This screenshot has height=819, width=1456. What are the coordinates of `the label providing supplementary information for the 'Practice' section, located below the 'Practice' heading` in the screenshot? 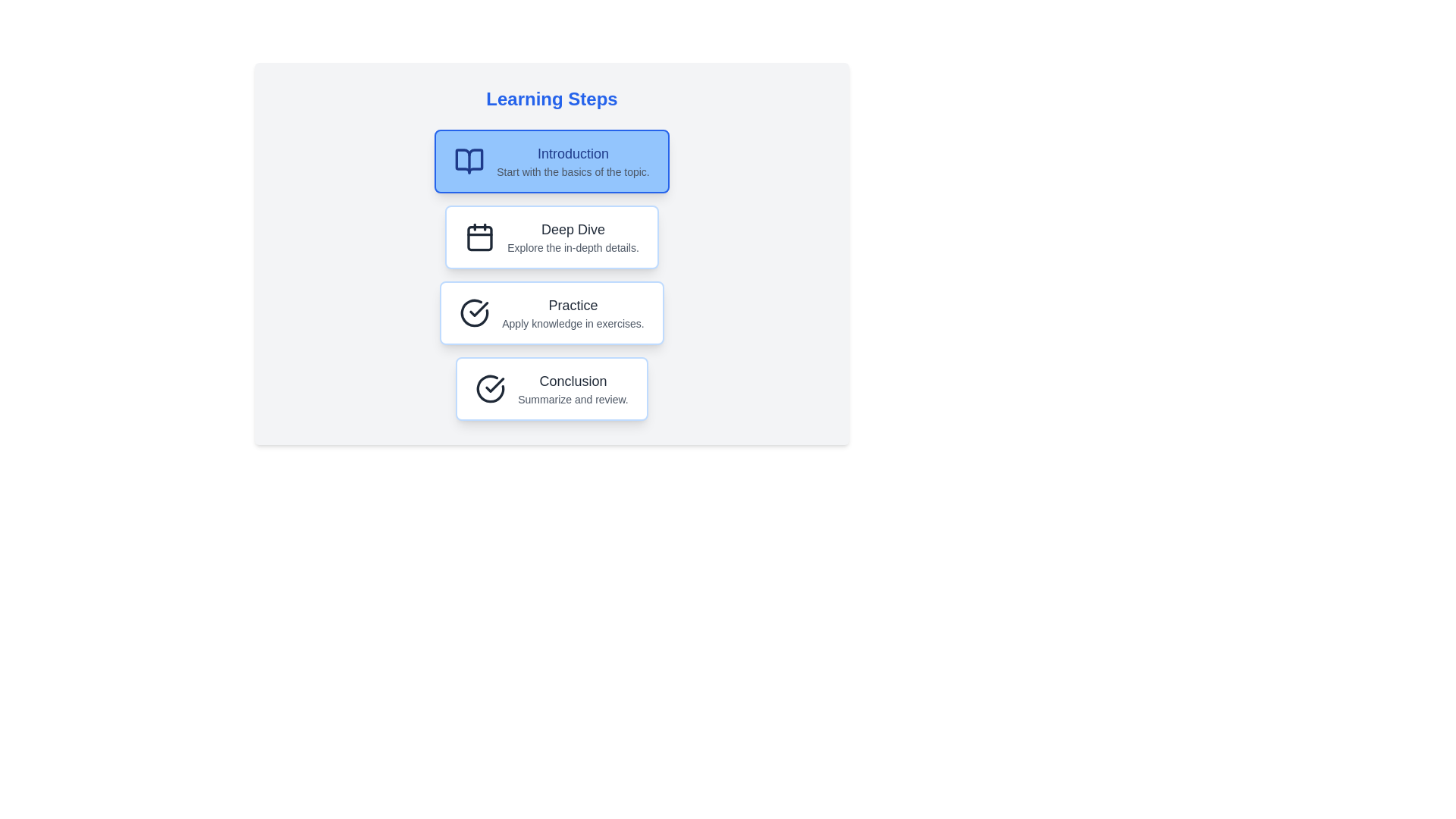 It's located at (572, 323).